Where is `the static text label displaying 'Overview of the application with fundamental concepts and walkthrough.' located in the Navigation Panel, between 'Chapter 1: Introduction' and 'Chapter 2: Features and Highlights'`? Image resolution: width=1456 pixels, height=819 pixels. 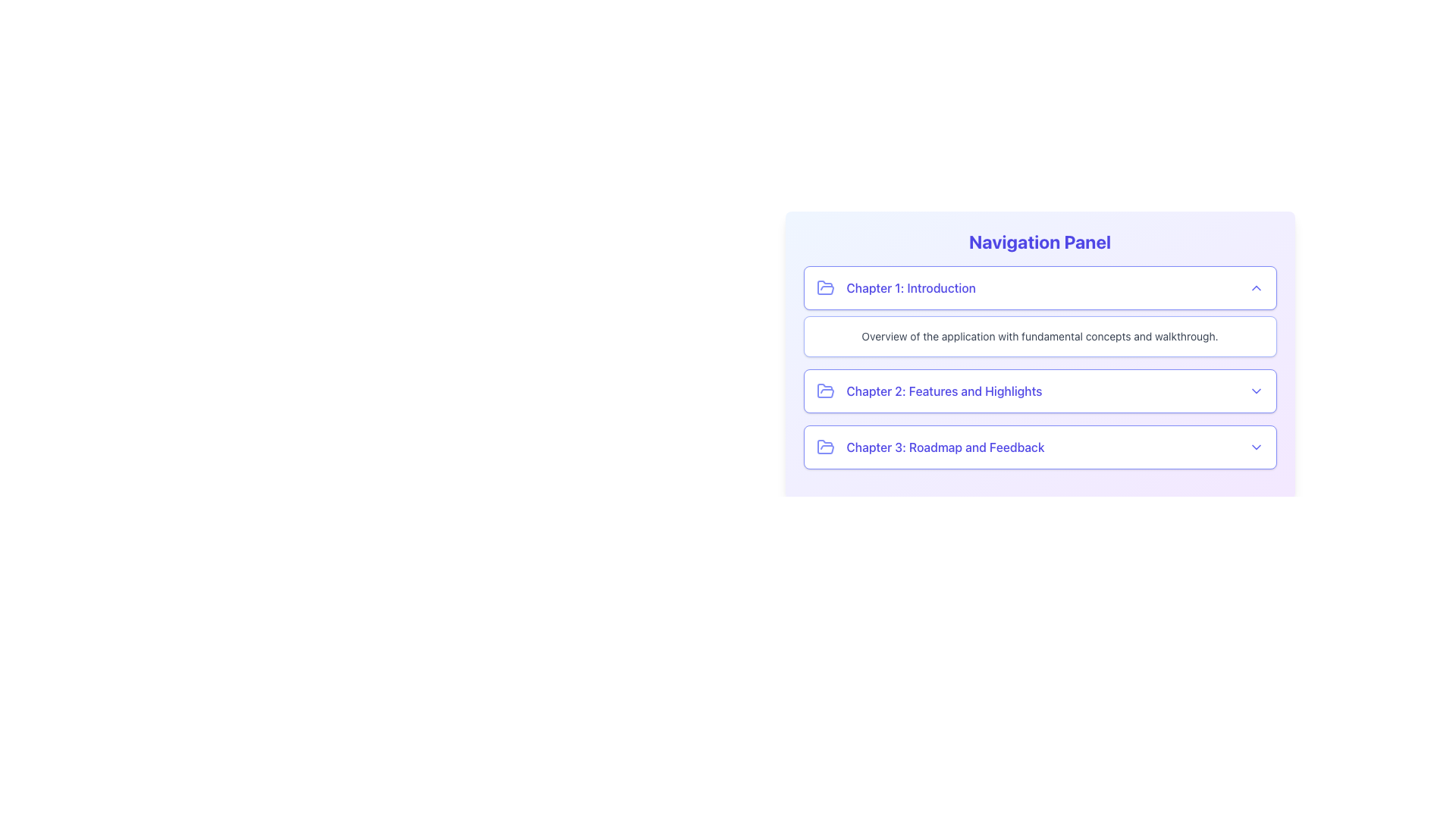
the static text label displaying 'Overview of the application with fundamental concepts and walkthrough.' located in the Navigation Panel, between 'Chapter 1: Introduction' and 'Chapter 2: Features and Highlights' is located at coordinates (1039, 335).